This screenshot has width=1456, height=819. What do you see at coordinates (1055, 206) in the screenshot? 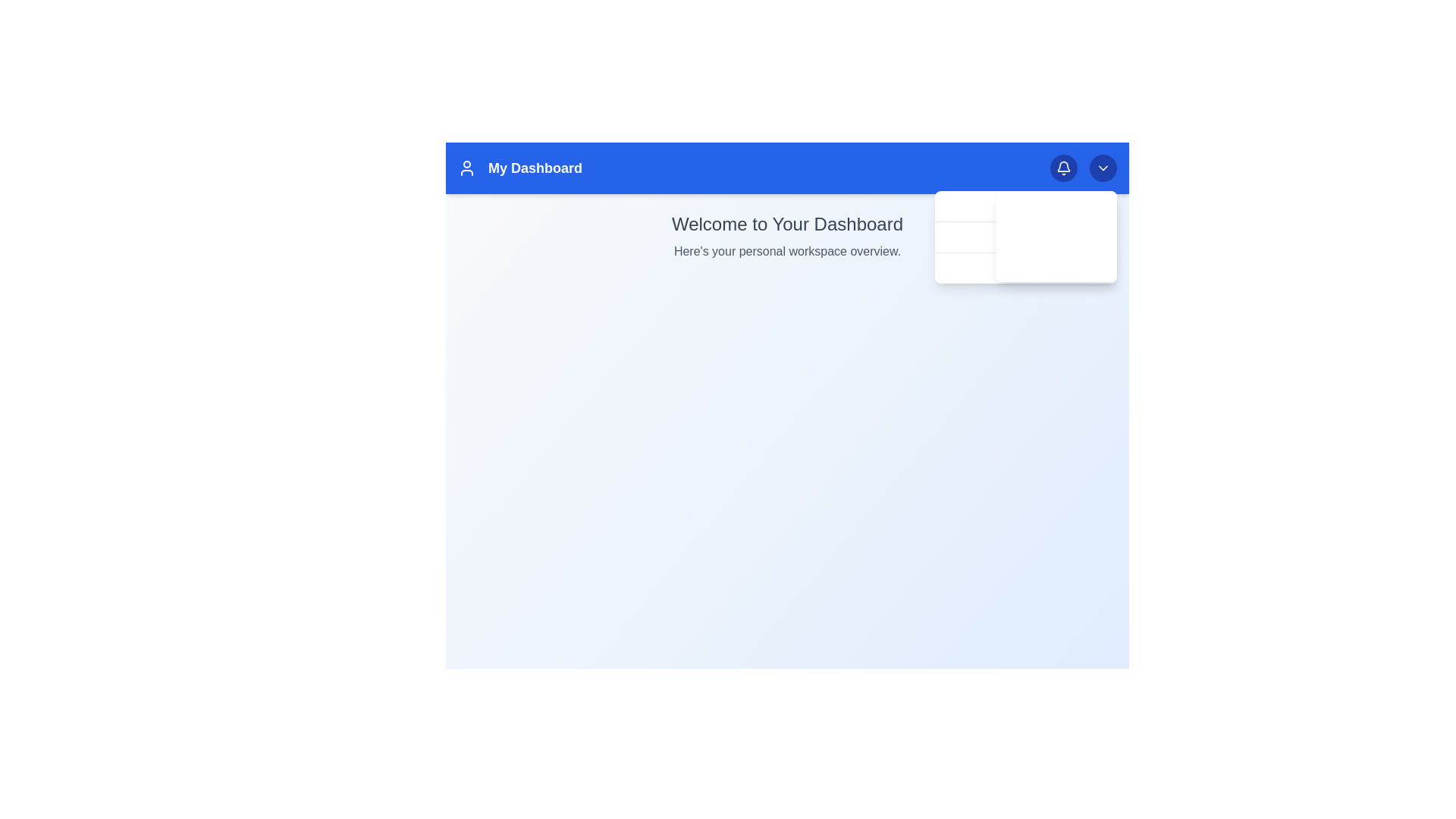
I see `the Profile button located at the top of the dropdown menu to change its background color` at bounding box center [1055, 206].